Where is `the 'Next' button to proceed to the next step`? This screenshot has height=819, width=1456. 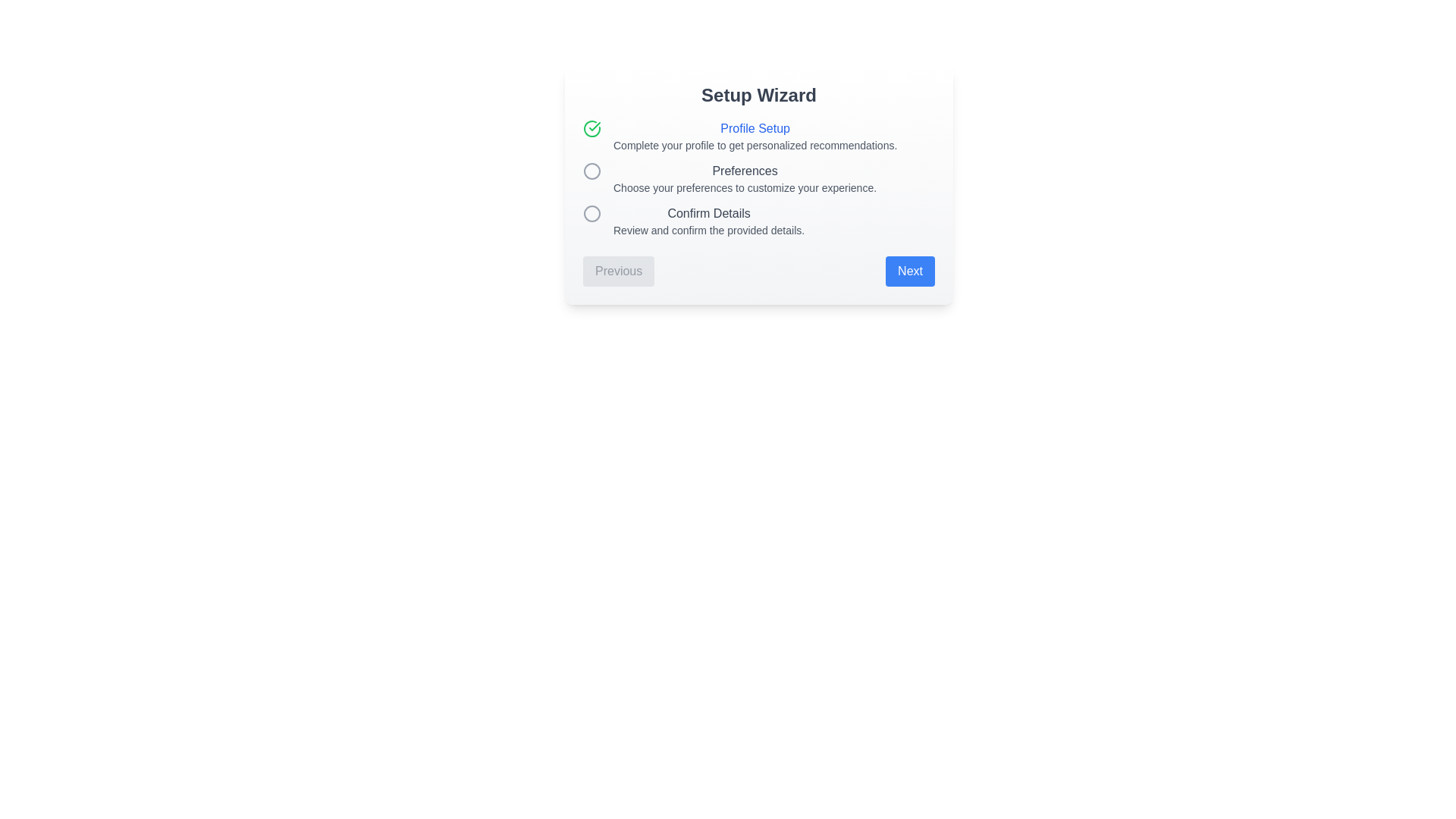
the 'Next' button to proceed to the next step is located at coordinates (910, 271).